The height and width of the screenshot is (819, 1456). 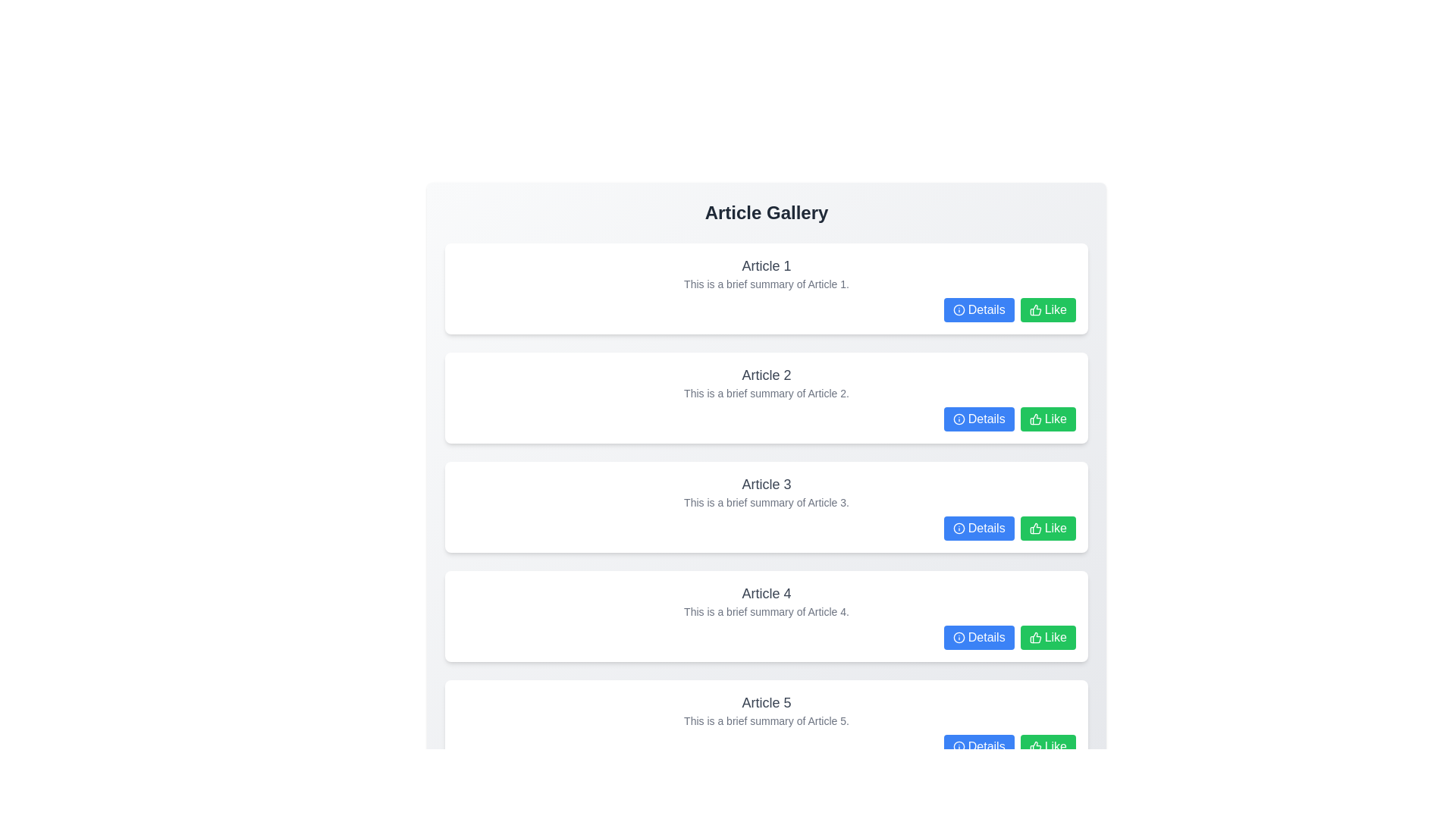 What do you see at coordinates (767, 702) in the screenshot?
I see `the static text label styled as a heading or title located in the fifth section from the top of the article list` at bounding box center [767, 702].